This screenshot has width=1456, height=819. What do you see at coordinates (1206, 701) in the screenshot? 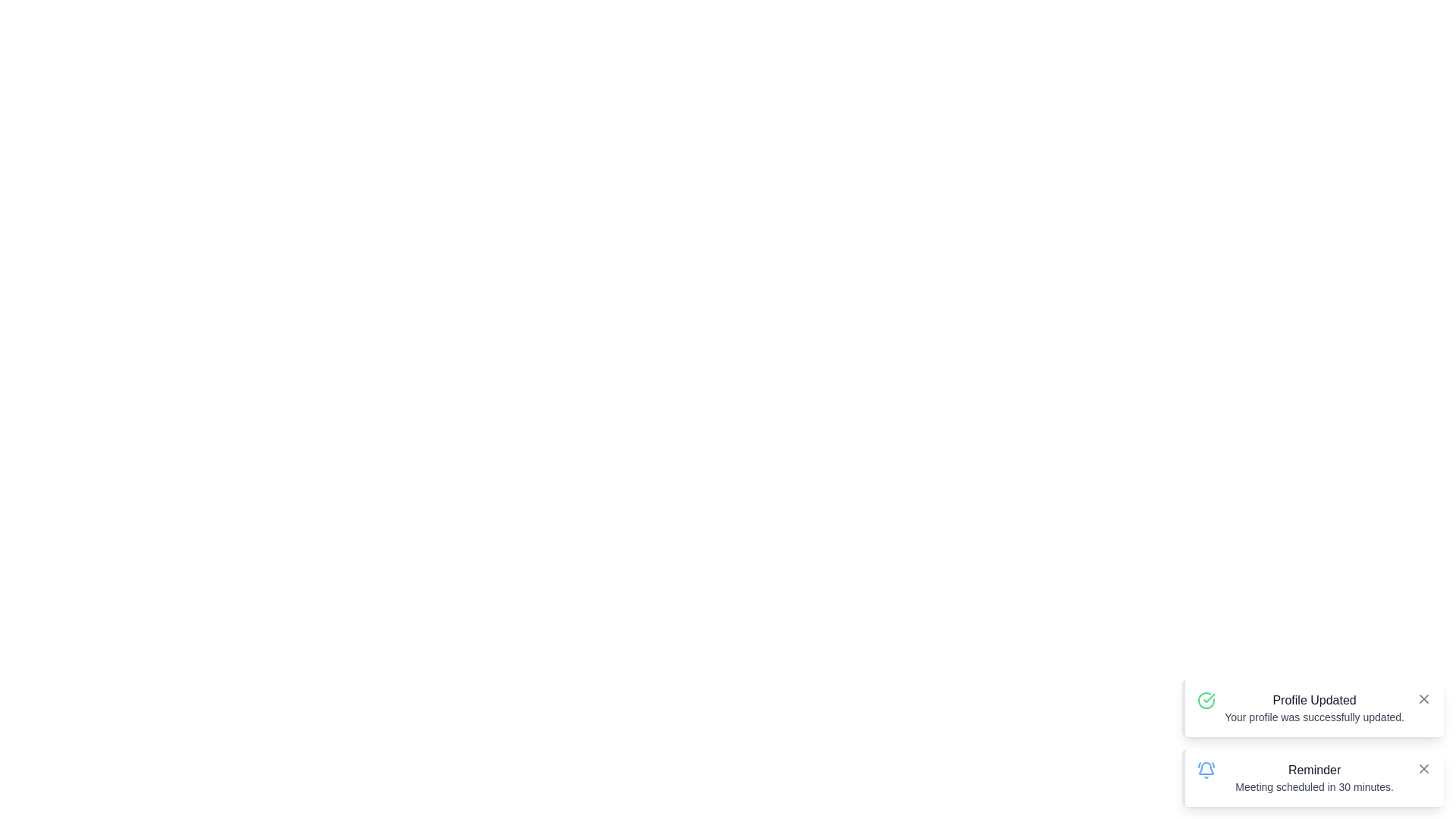
I see `the circular green check mark icon that signifies a successful operation, located to the left of the 'Profile Updated' text in the notification panel` at bounding box center [1206, 701].